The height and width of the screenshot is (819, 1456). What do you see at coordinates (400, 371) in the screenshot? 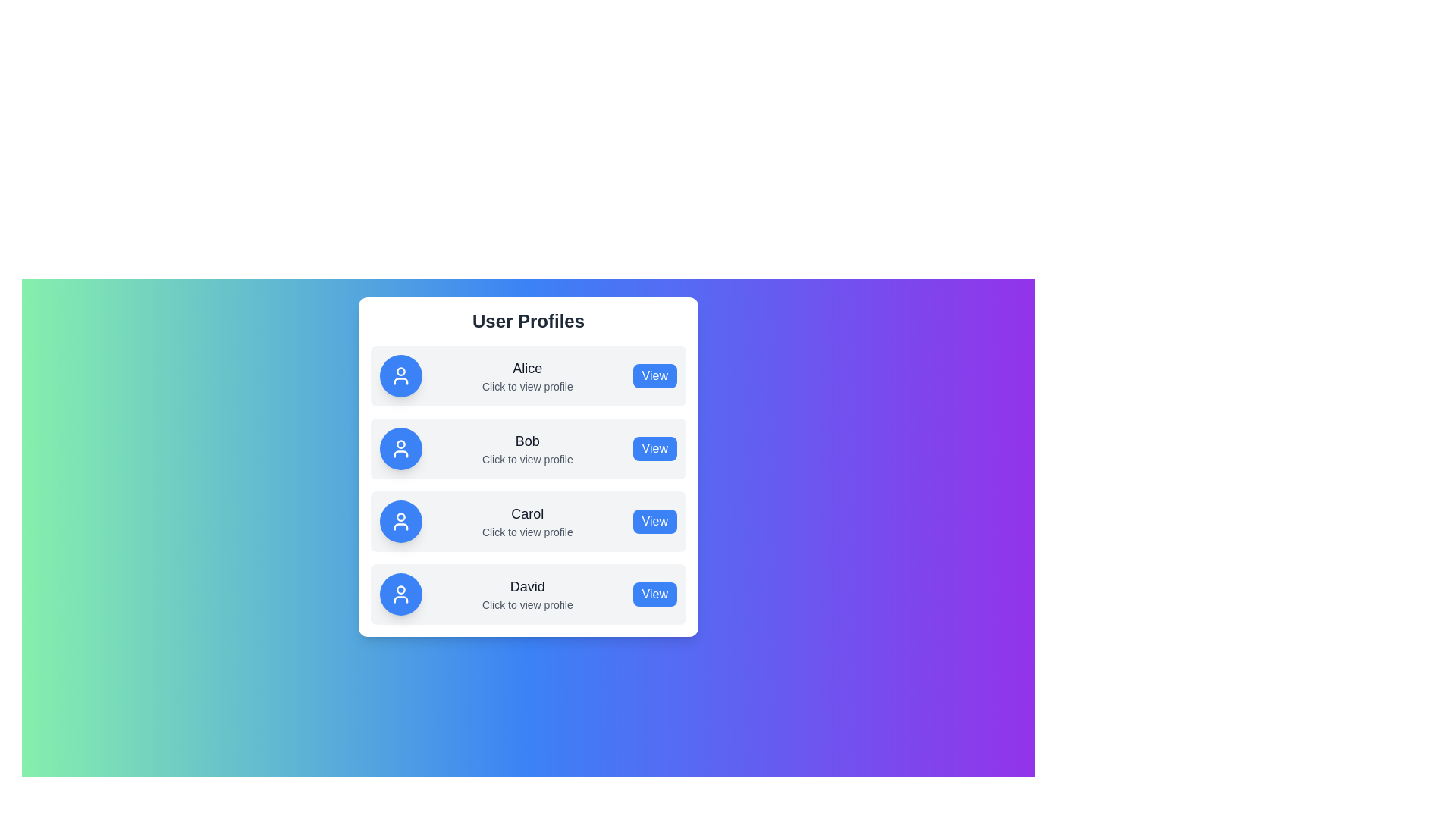
I see `the circular graphical component representing the head of the user icon for 'Alice' in the topmost profile card under 'User Profiles.'` at bounding box center [400, 371].